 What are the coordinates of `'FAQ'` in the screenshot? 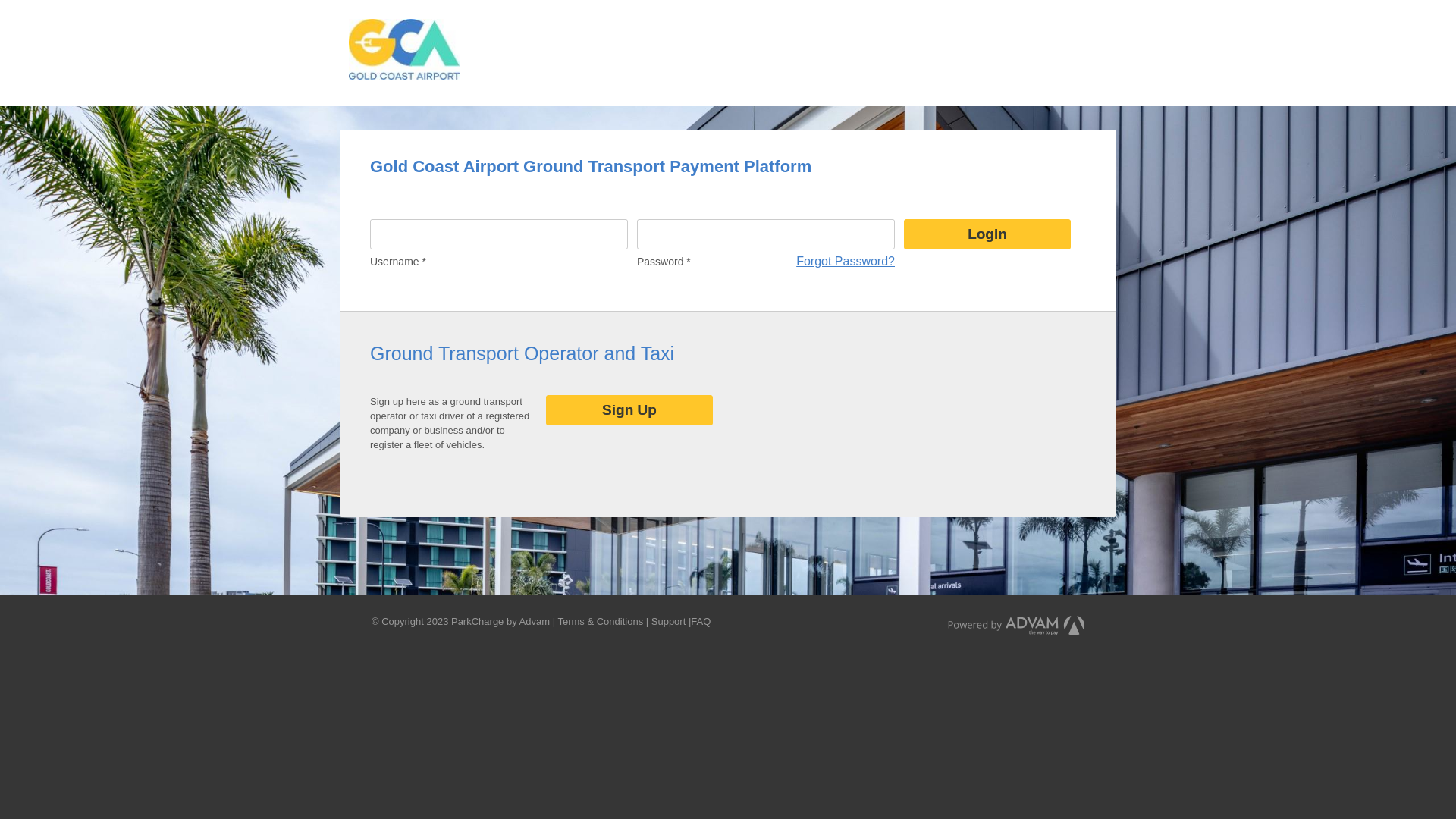 It's located at (700, 621).